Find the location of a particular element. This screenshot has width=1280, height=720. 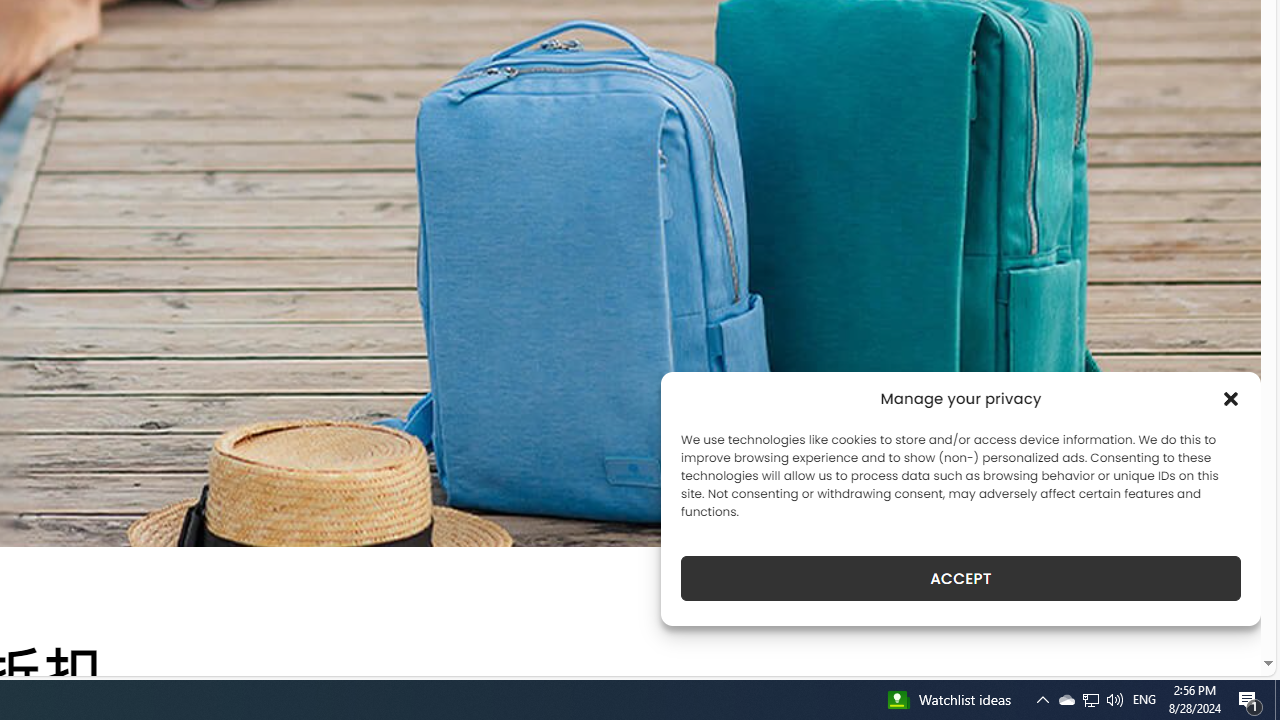

'ACCEPT' is located at coordinates (961, 578).